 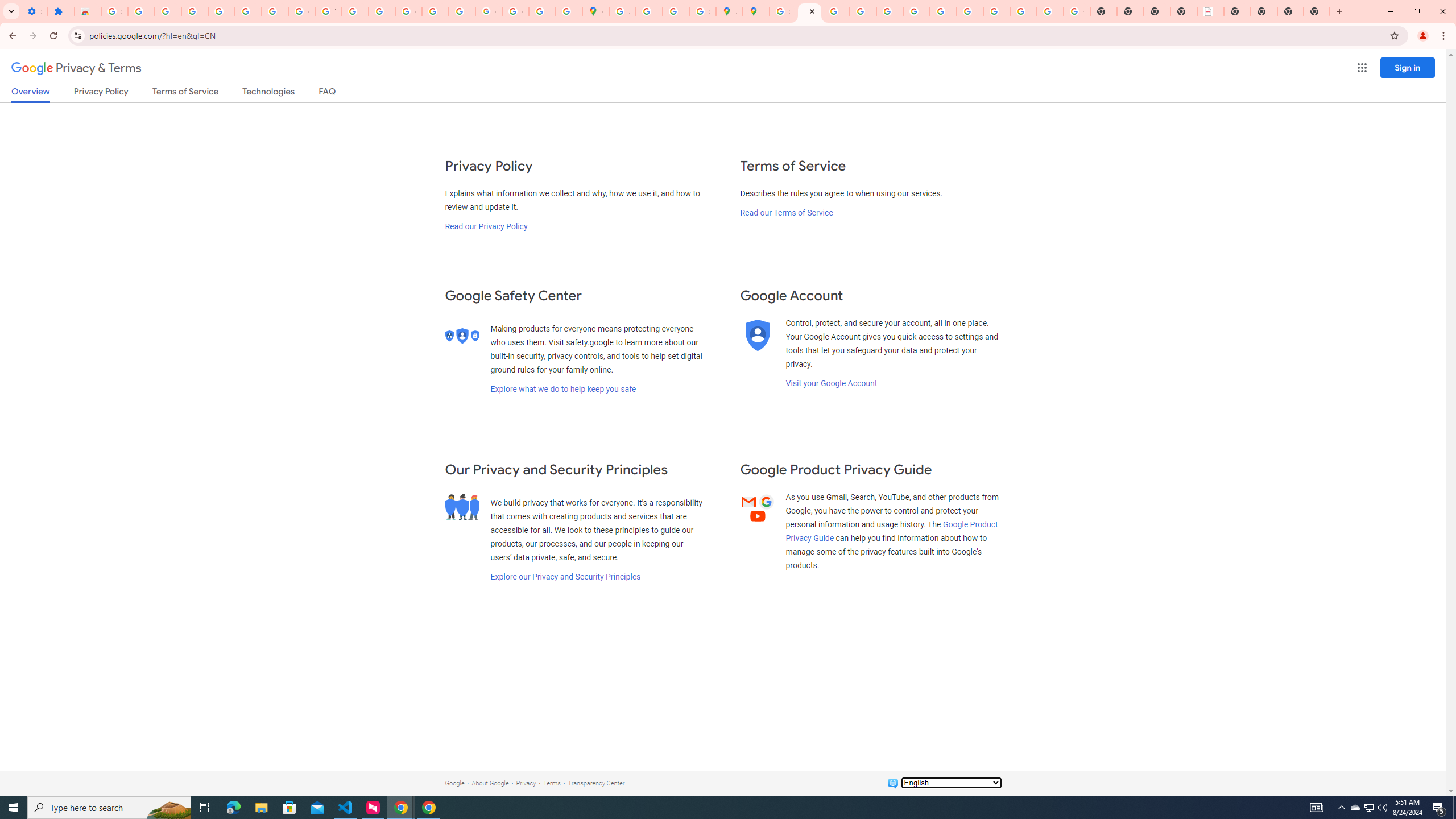 I want to click on 'About Google', so click(x=490, y=783).